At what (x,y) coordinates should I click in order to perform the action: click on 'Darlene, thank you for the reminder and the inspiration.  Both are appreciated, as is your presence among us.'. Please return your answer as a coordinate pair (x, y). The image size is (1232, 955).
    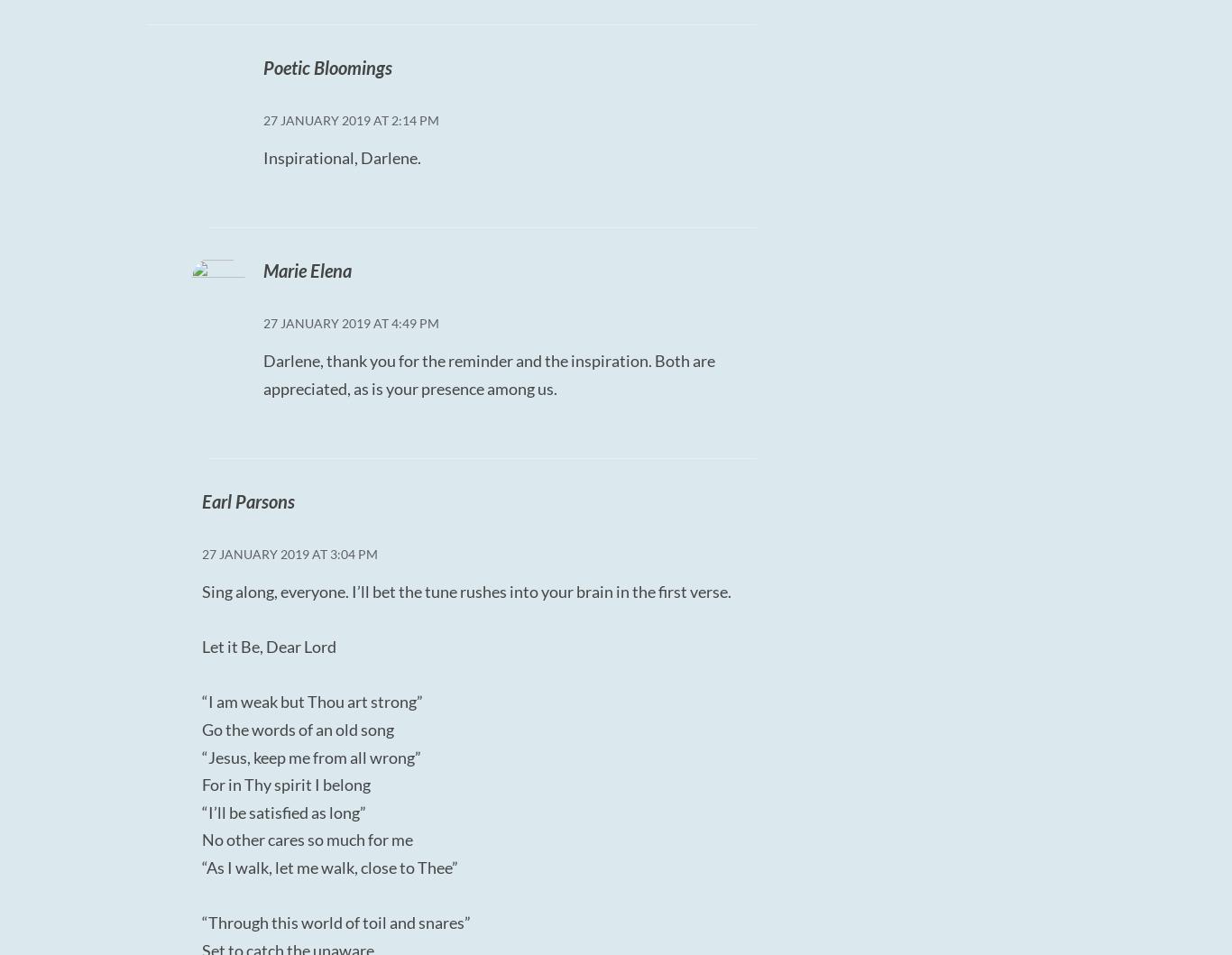
    Looking at the image, I should click on (262, 373).